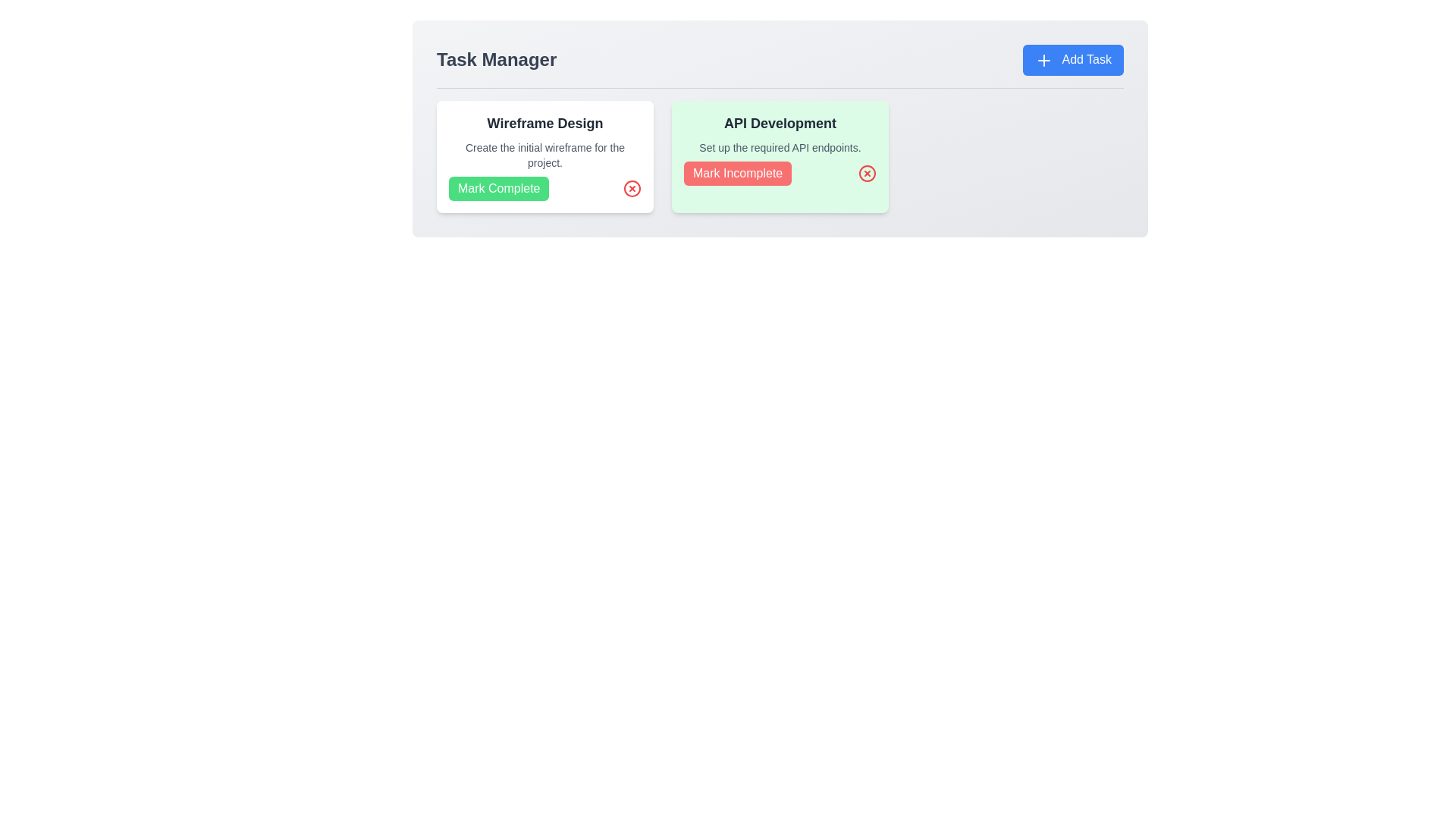 This screenshot has width=1456, height=819. I want to click on the text element providing instructions related to the 'API Development' task, located within the card labeled 'API Development', positioned beneath the title and above the 'Mark Incomplete' button, so click(780, 146).